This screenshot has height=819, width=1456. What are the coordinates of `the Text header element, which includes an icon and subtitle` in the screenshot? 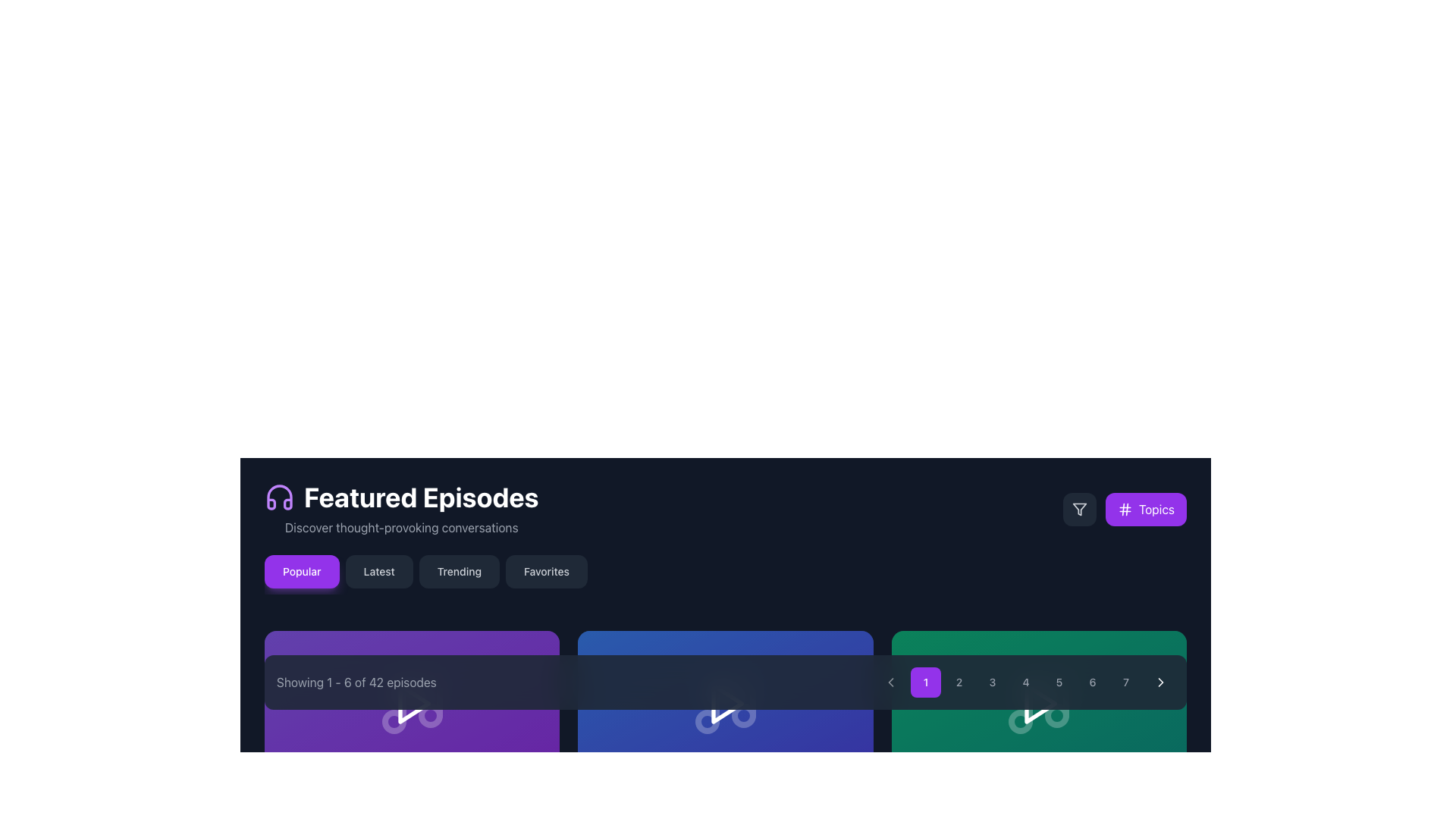 It's located at (401, 509).